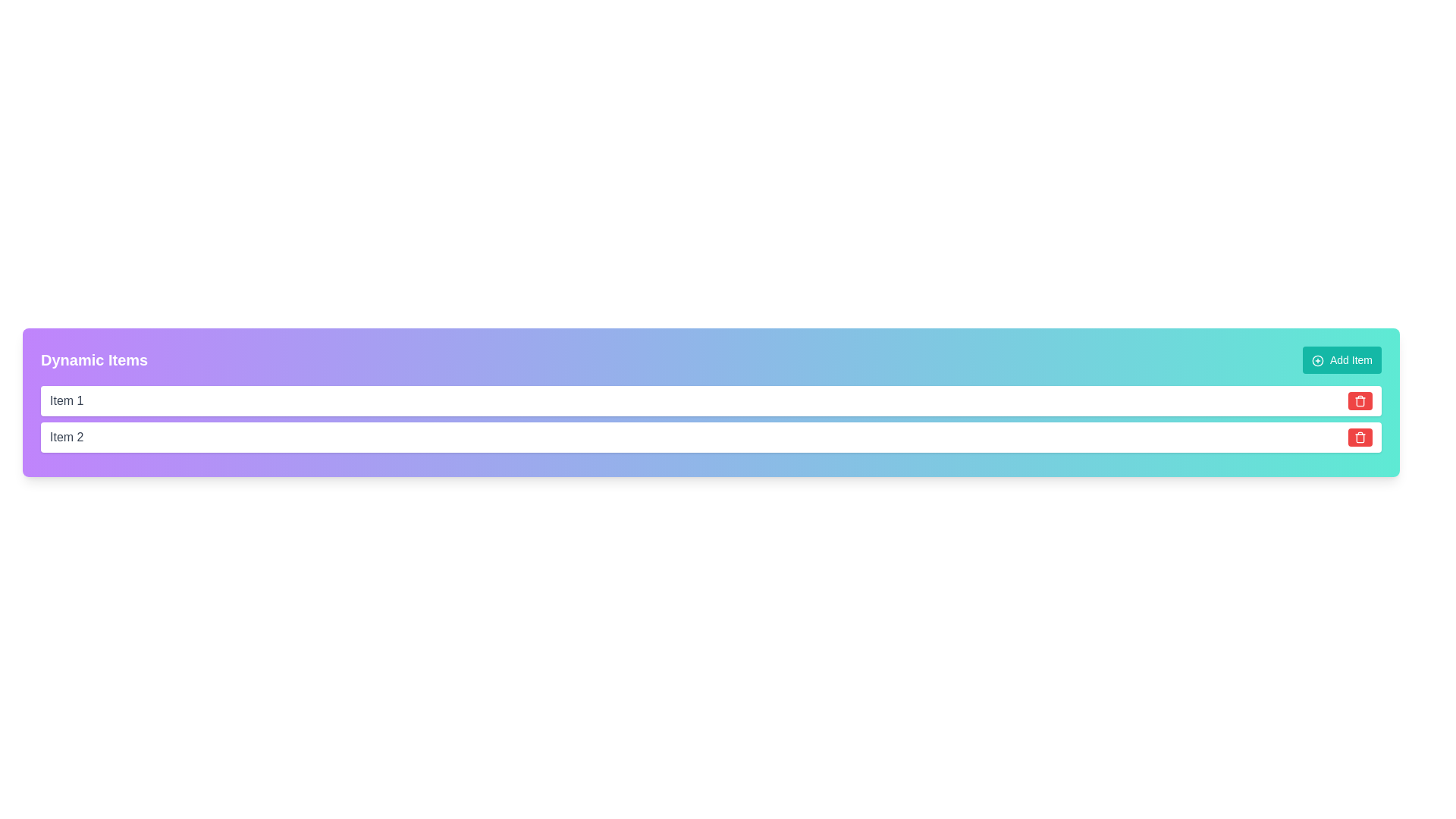  I want to click on the delete button located at the far right side of the row displaying the text 'Item 2', so click(1360, 438).